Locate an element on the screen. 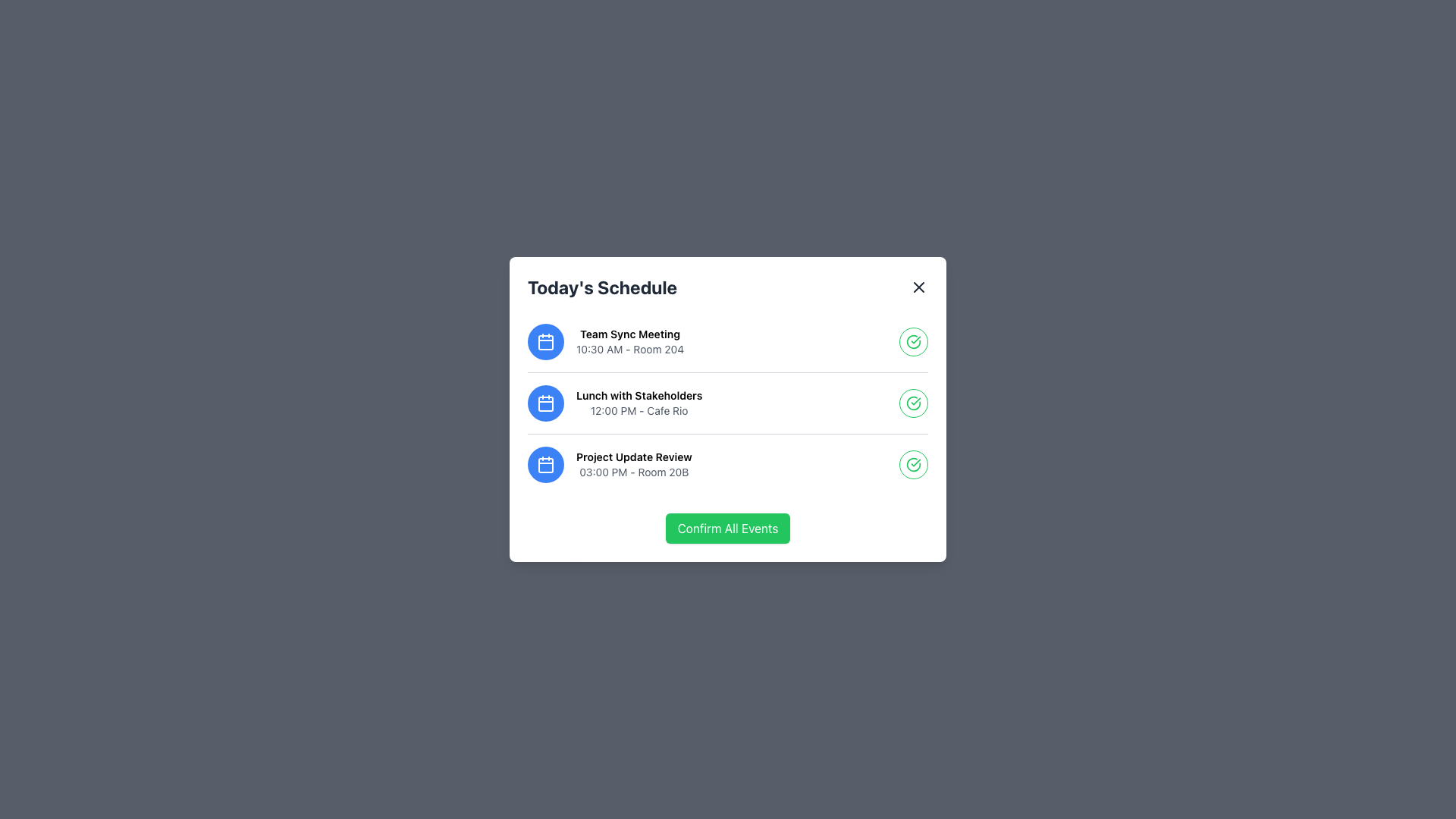 This screenshot has width=1456, height=819. text label displaying the time '12:00 PM' and location 'Cafe Rio' for the event under the 'Today's Schedule' section in the agenda is located at coordinates (639, 411).